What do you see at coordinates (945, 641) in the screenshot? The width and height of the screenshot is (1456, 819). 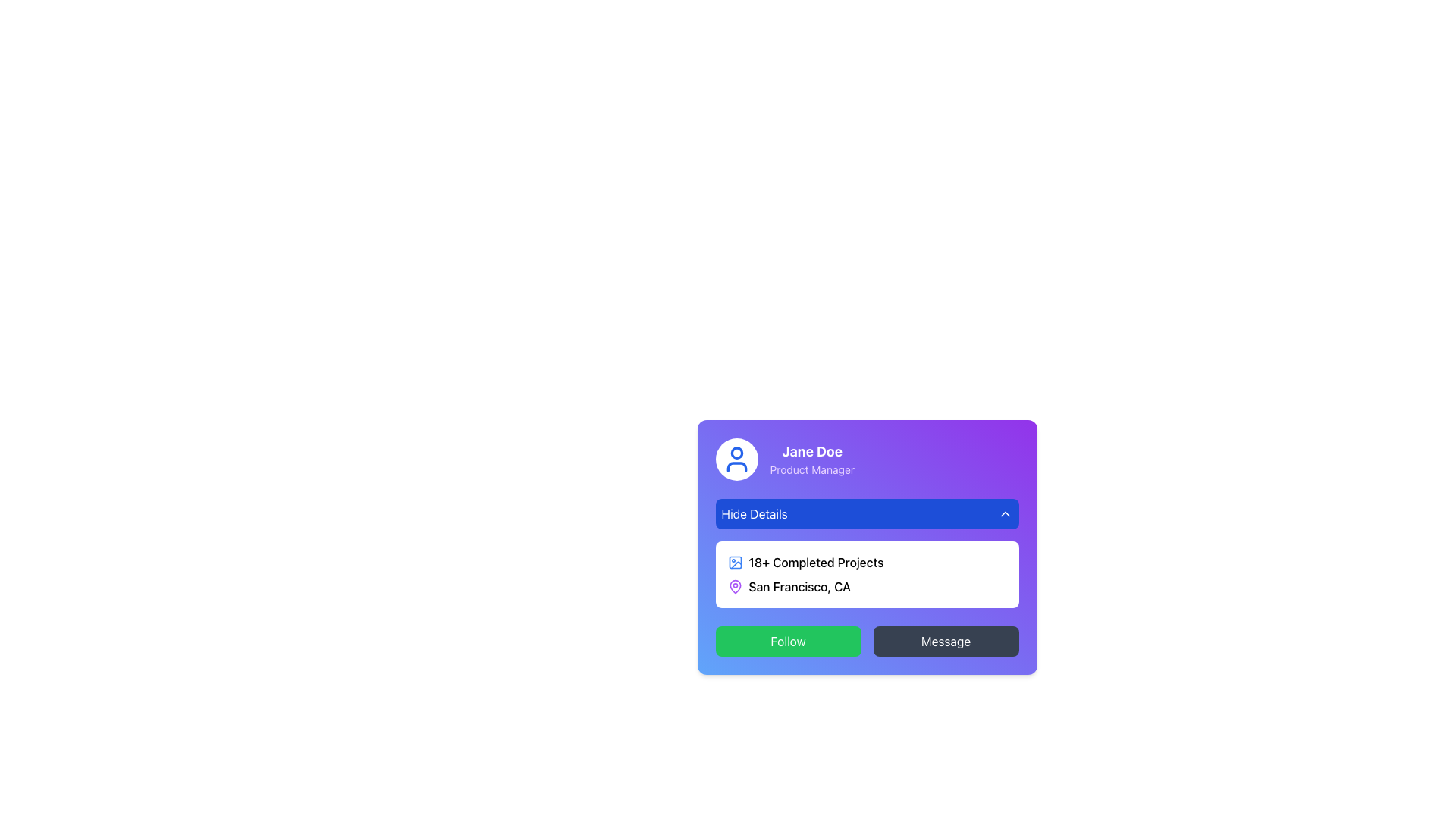 I see `the message sending button located to the right of the 'Follow' button in the bottom-right portion of the interface` at bounding box center [945, 641].